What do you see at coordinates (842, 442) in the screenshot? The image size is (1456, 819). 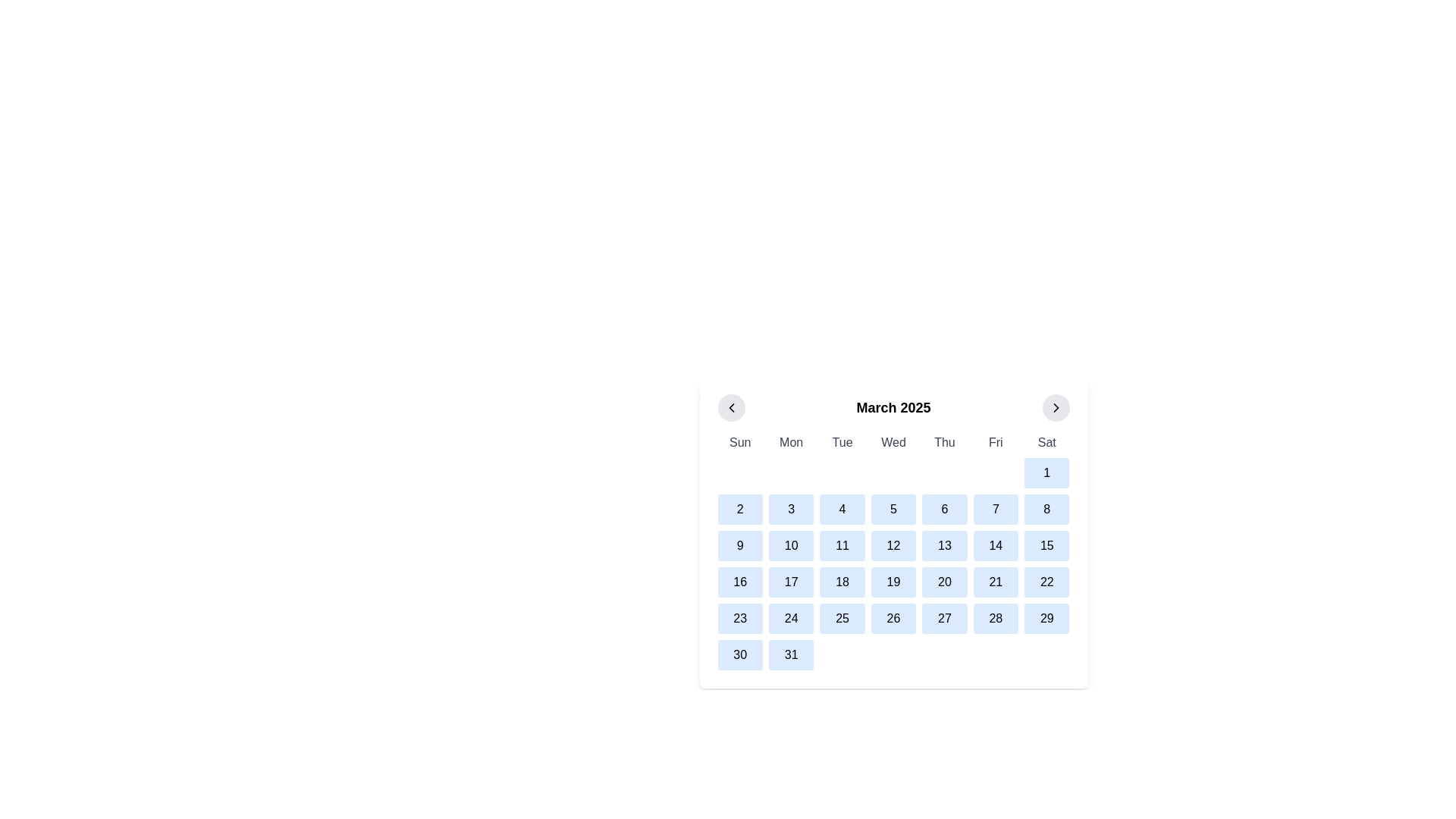 I see `the static label displaying 'Tue', which is the third element in the weekly header row of the calendar interface` at bounding box center [842, 442].